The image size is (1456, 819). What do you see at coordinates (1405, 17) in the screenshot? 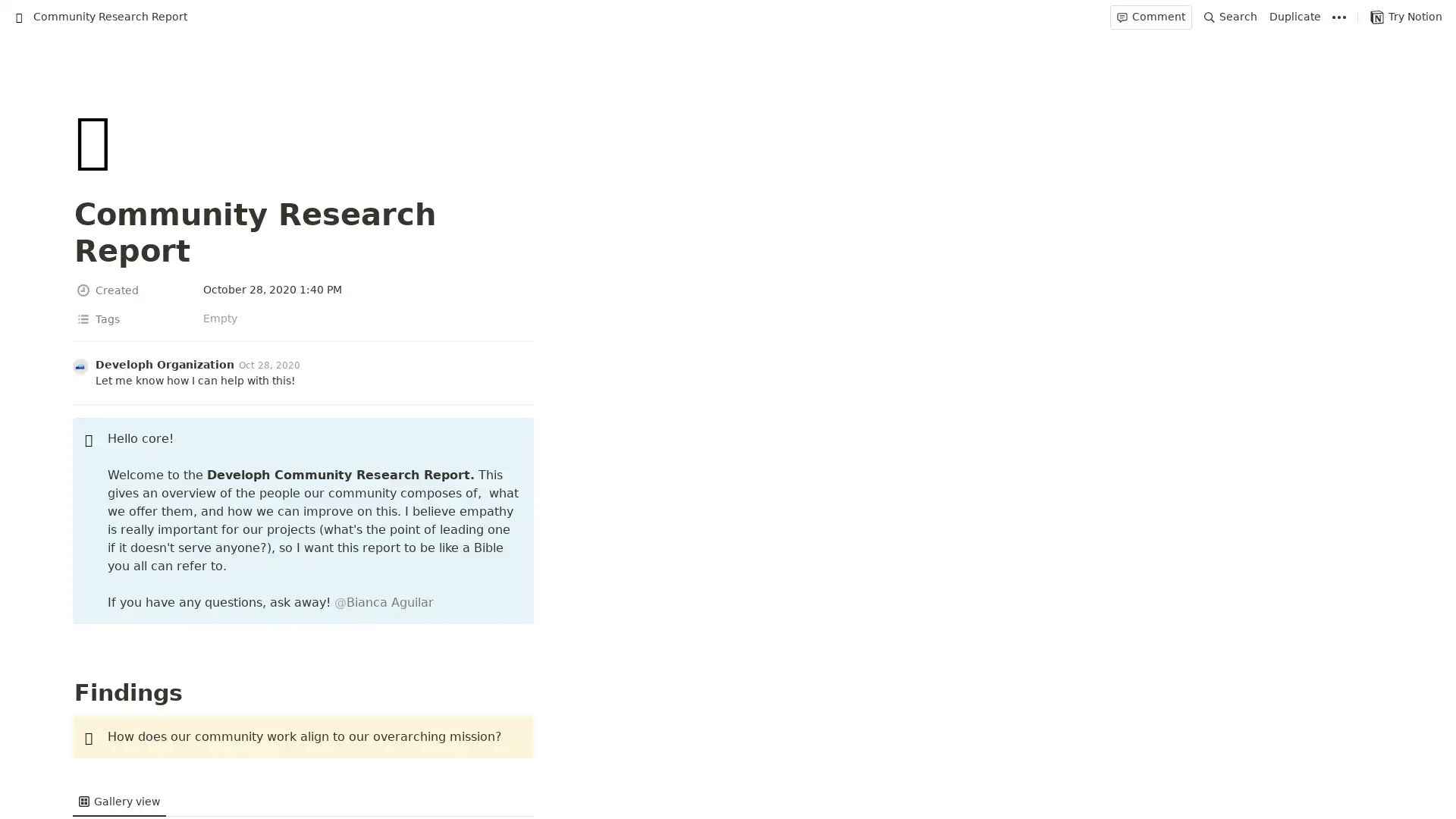
I see `Try Notion` at bounding box center [1405, 17].